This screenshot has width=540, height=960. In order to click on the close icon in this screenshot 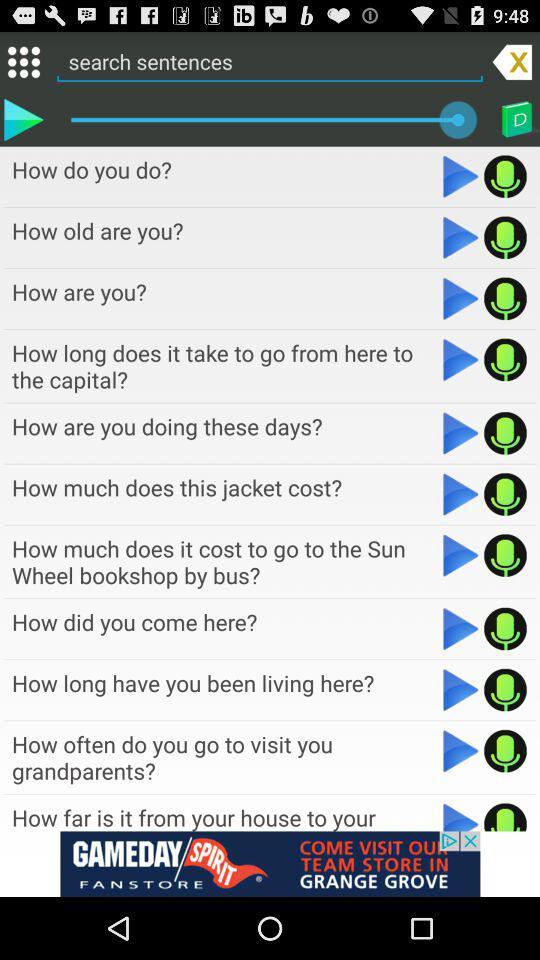, I will do `click(512, 65)`.